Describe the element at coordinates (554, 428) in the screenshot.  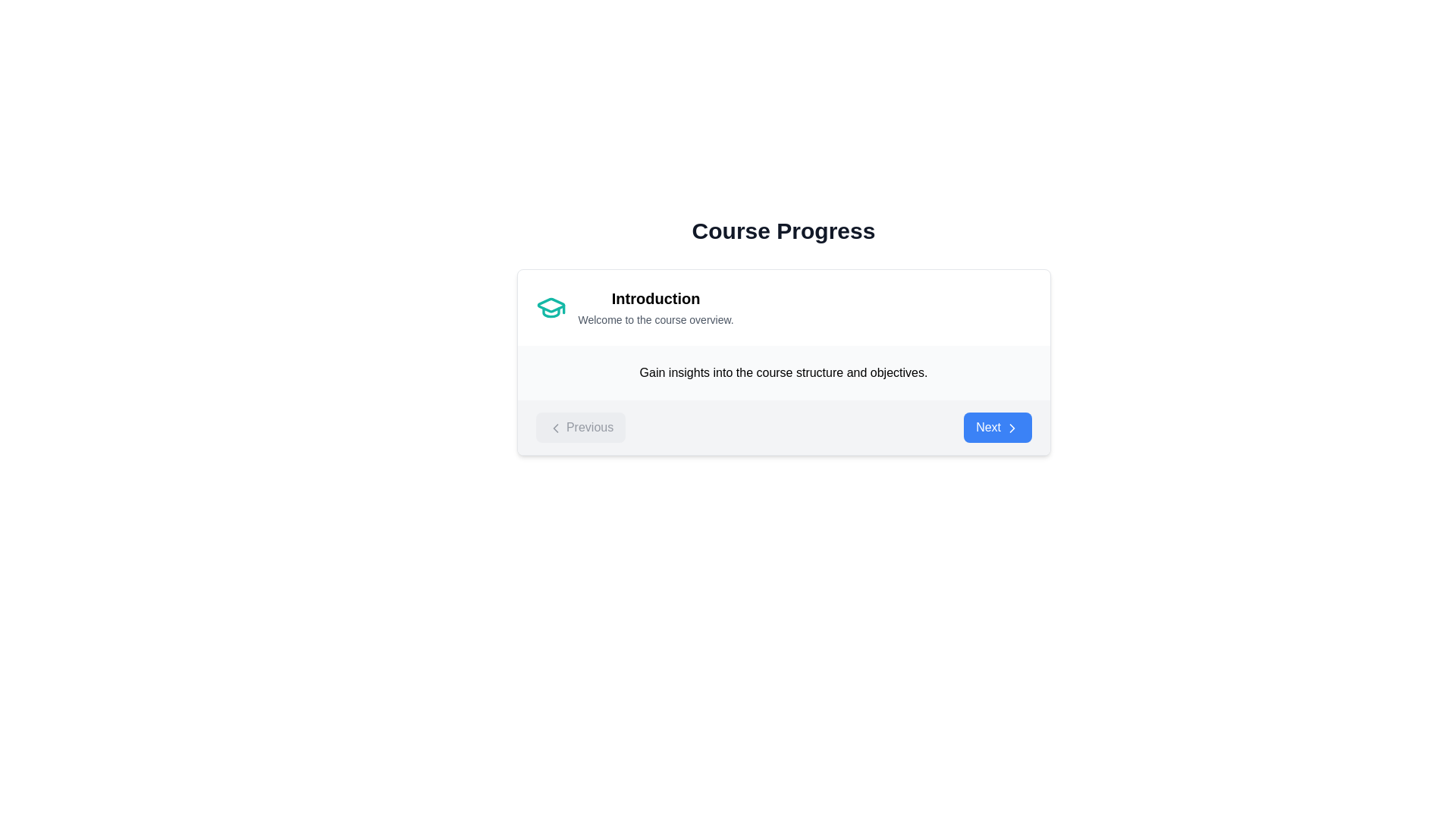
I see `the left arrow icon within the 'Previous' button, which is centrally aligned with the button's height and positioned to the left of the text 'Previous'` at that location.